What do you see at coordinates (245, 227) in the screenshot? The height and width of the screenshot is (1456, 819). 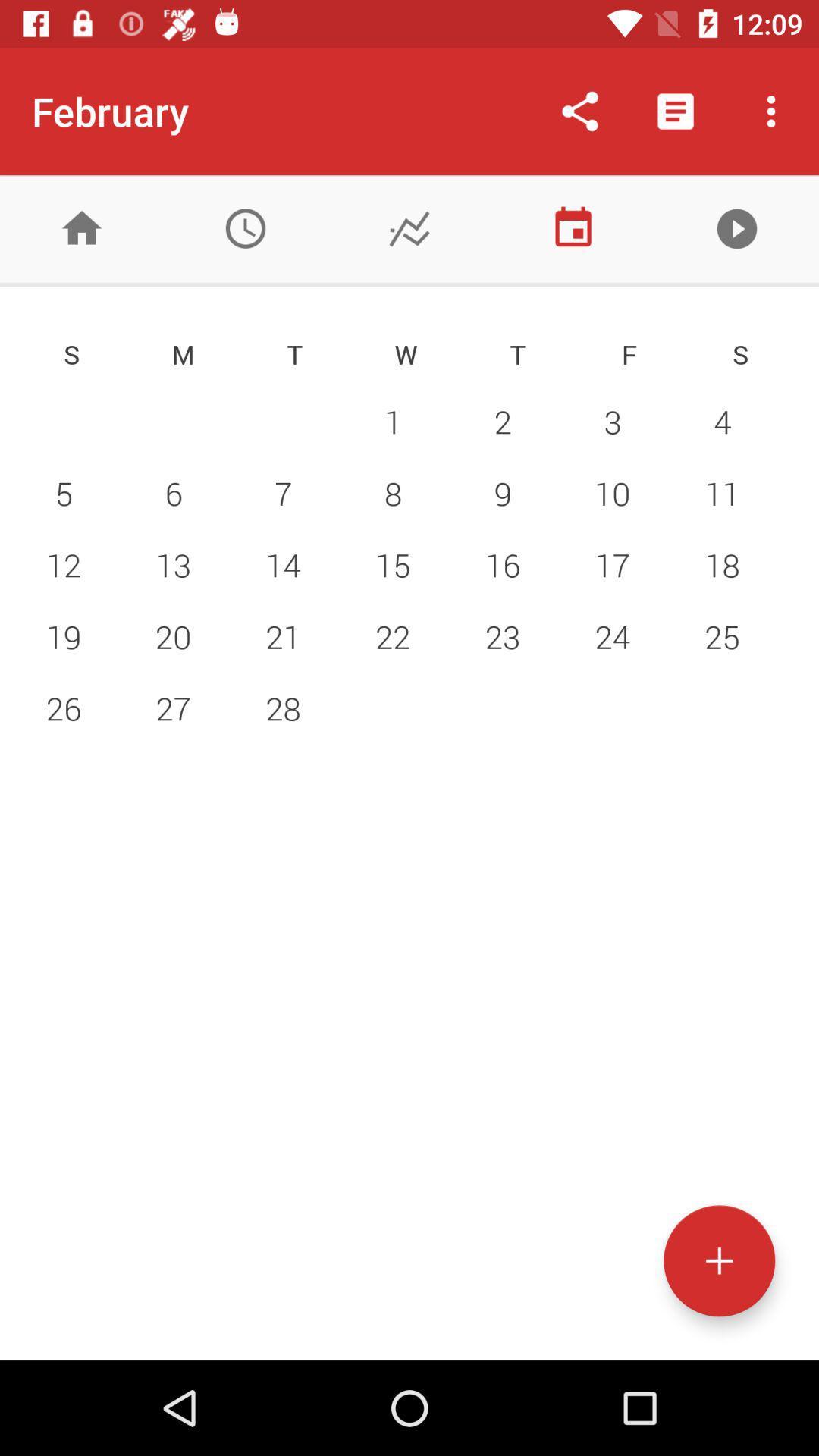 I see `clock/time` at bounding box center [245, 227].